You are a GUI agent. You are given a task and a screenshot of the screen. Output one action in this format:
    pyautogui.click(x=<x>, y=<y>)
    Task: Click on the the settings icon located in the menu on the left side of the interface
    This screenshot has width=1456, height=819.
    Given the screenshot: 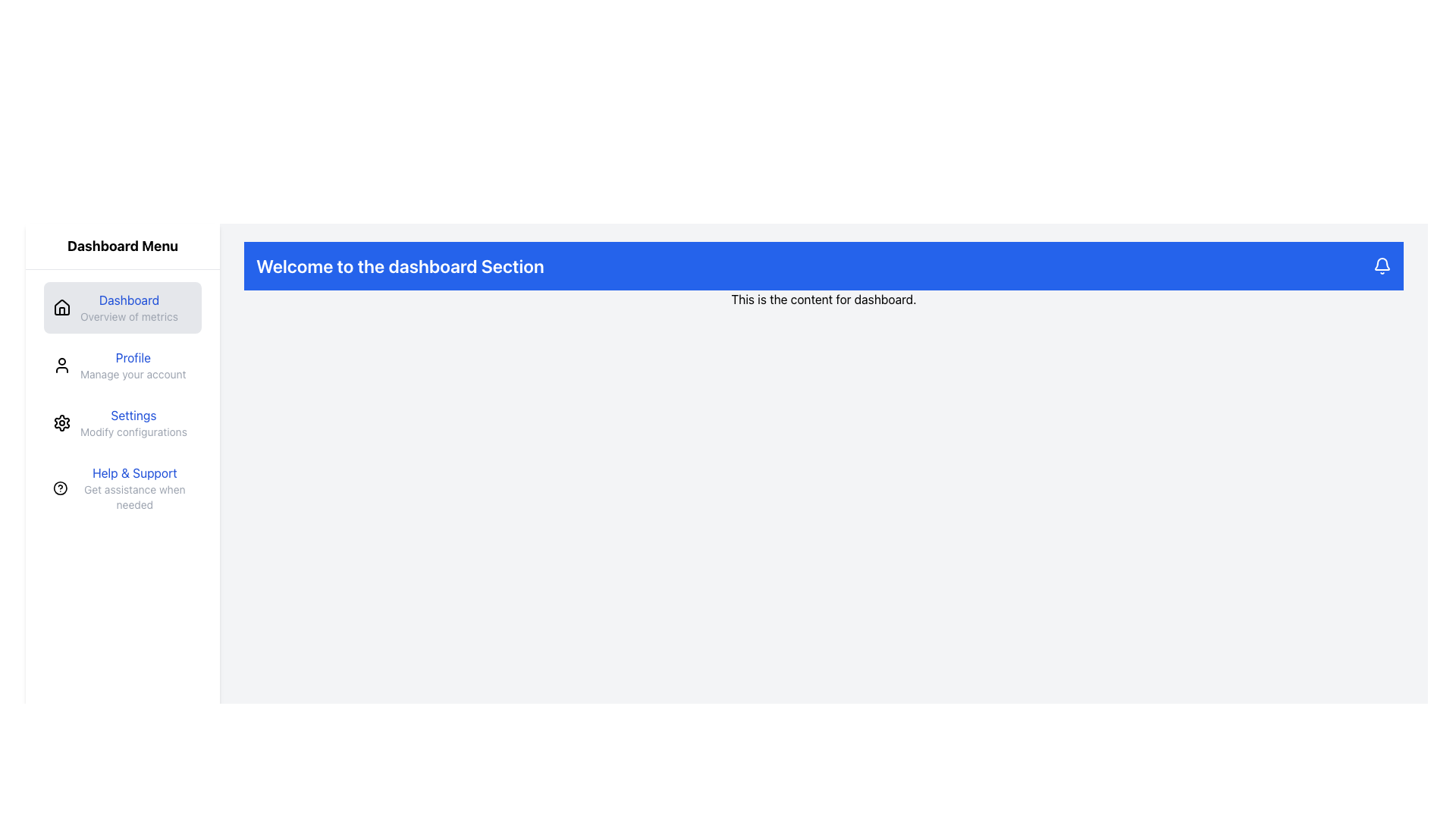 What is the action you would take?
    pyautogui.click(x=61, y=423)
    